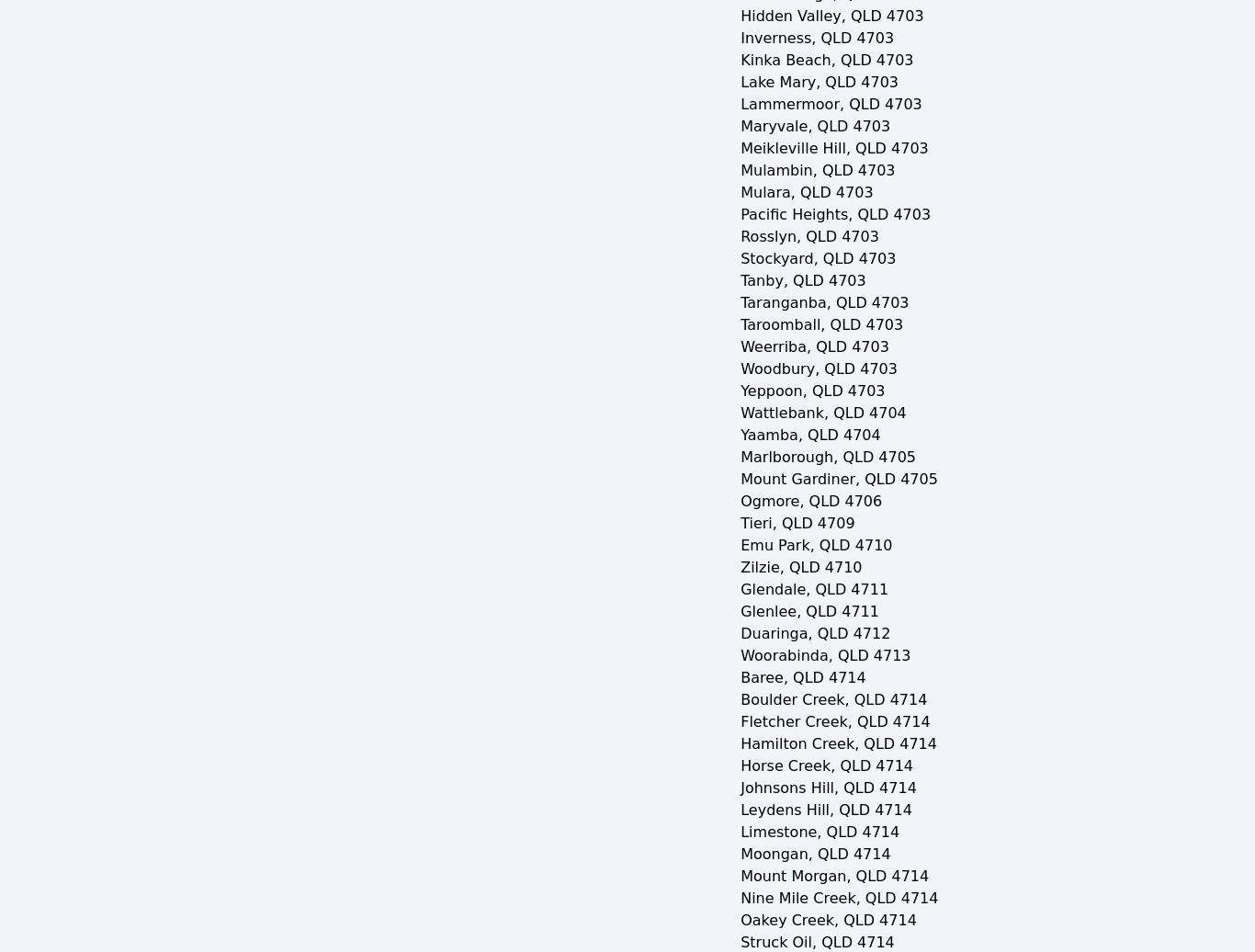  What do you see at coordinates (814, 854) in the screenshot?
I see `'Moongan, QLD 4714'` at bounding box center [814, 854].